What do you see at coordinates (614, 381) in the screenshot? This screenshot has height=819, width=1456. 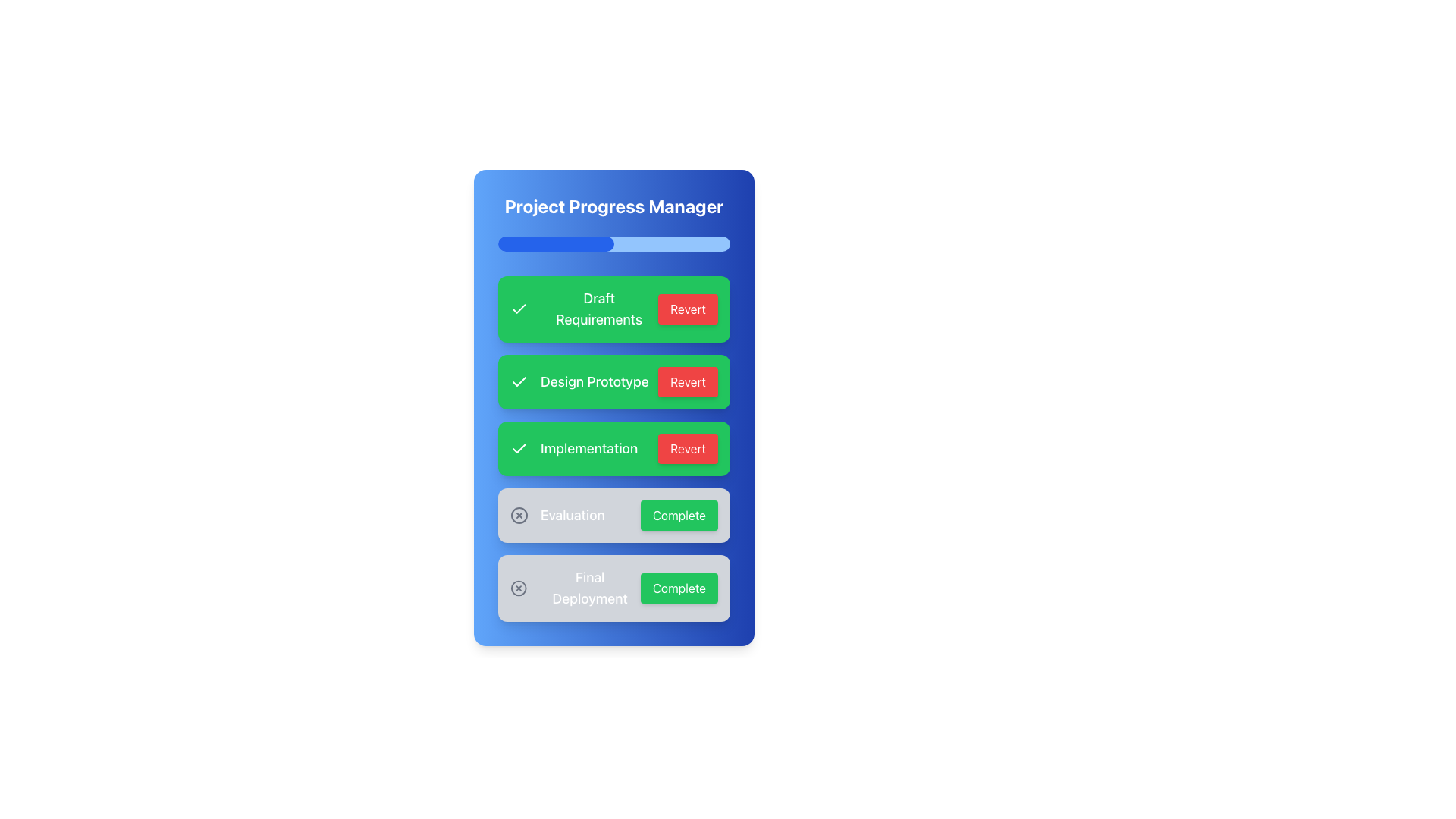 I see `the 'Design Prototype' progress step card located in the Project Progress Manager` at bounding box center [614, 381].